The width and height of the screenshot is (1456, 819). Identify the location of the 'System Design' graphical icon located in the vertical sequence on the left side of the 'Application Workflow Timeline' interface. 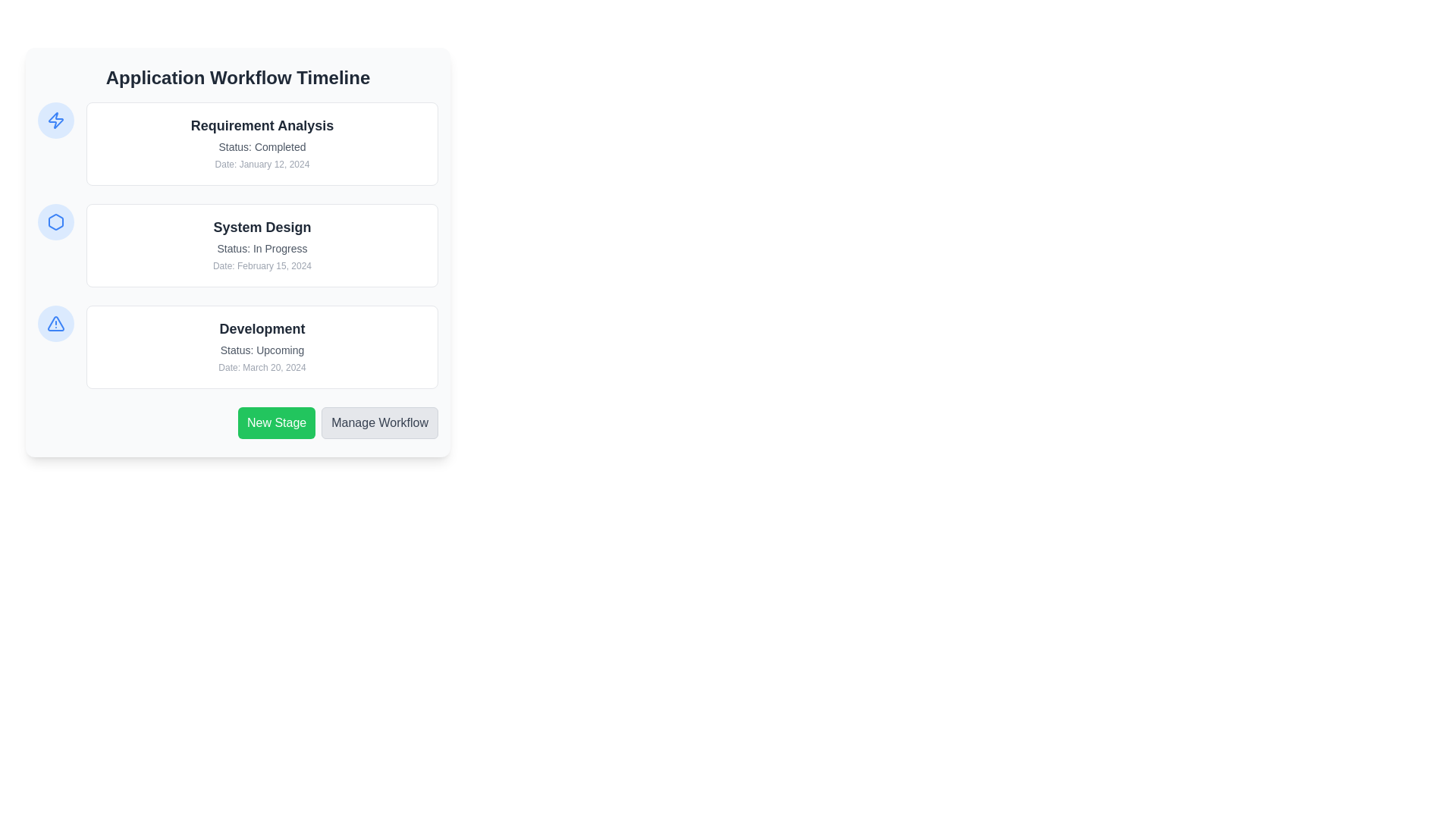
(55, 222).